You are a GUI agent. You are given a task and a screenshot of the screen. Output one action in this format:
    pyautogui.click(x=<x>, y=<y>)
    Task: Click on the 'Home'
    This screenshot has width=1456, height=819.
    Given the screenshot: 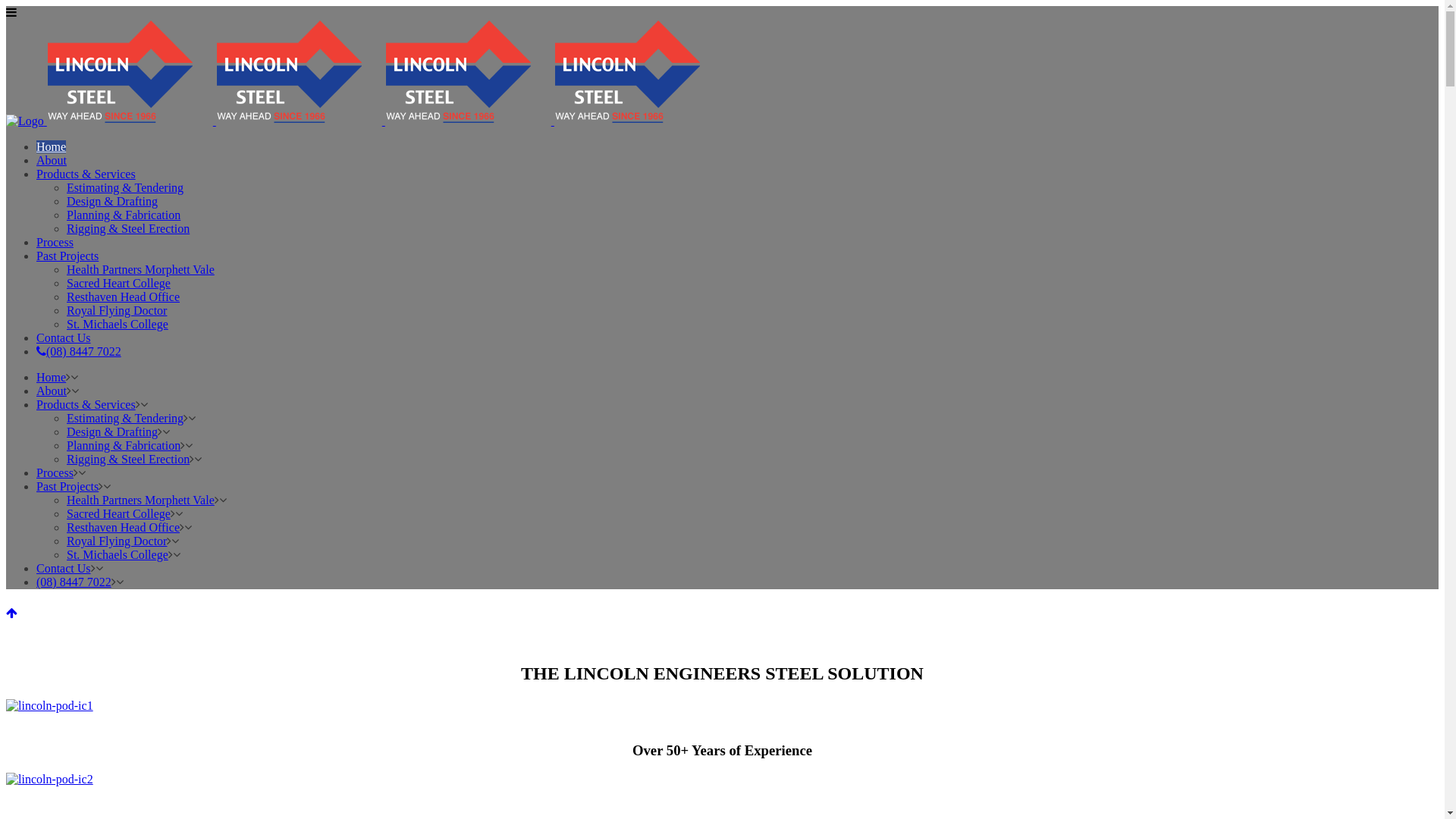 What is the action you would take?
    pyautogui.click(x=51, y=376)
    